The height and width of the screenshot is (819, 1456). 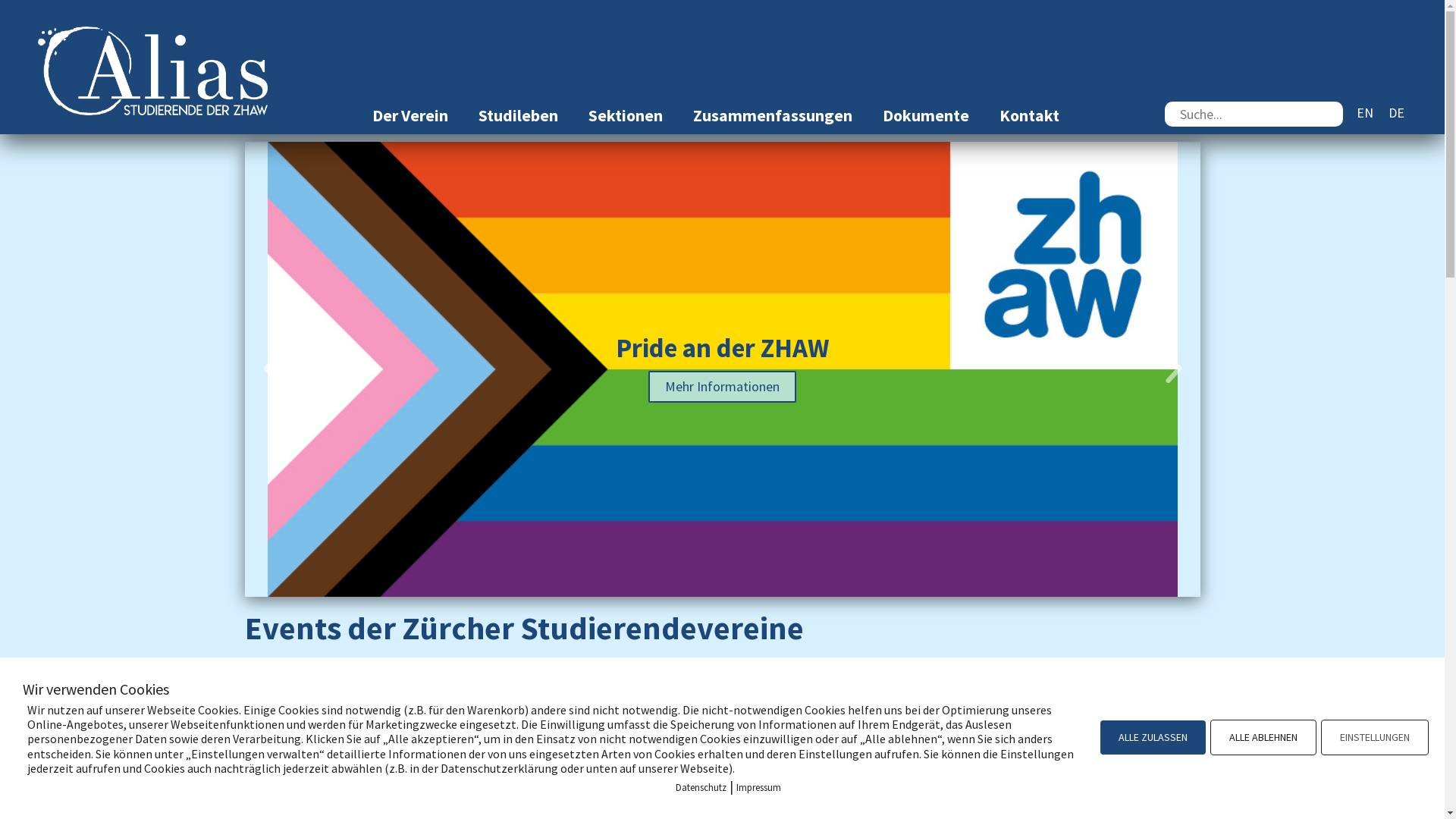 I want to click on 'EN', so click(x=1365, y=111).